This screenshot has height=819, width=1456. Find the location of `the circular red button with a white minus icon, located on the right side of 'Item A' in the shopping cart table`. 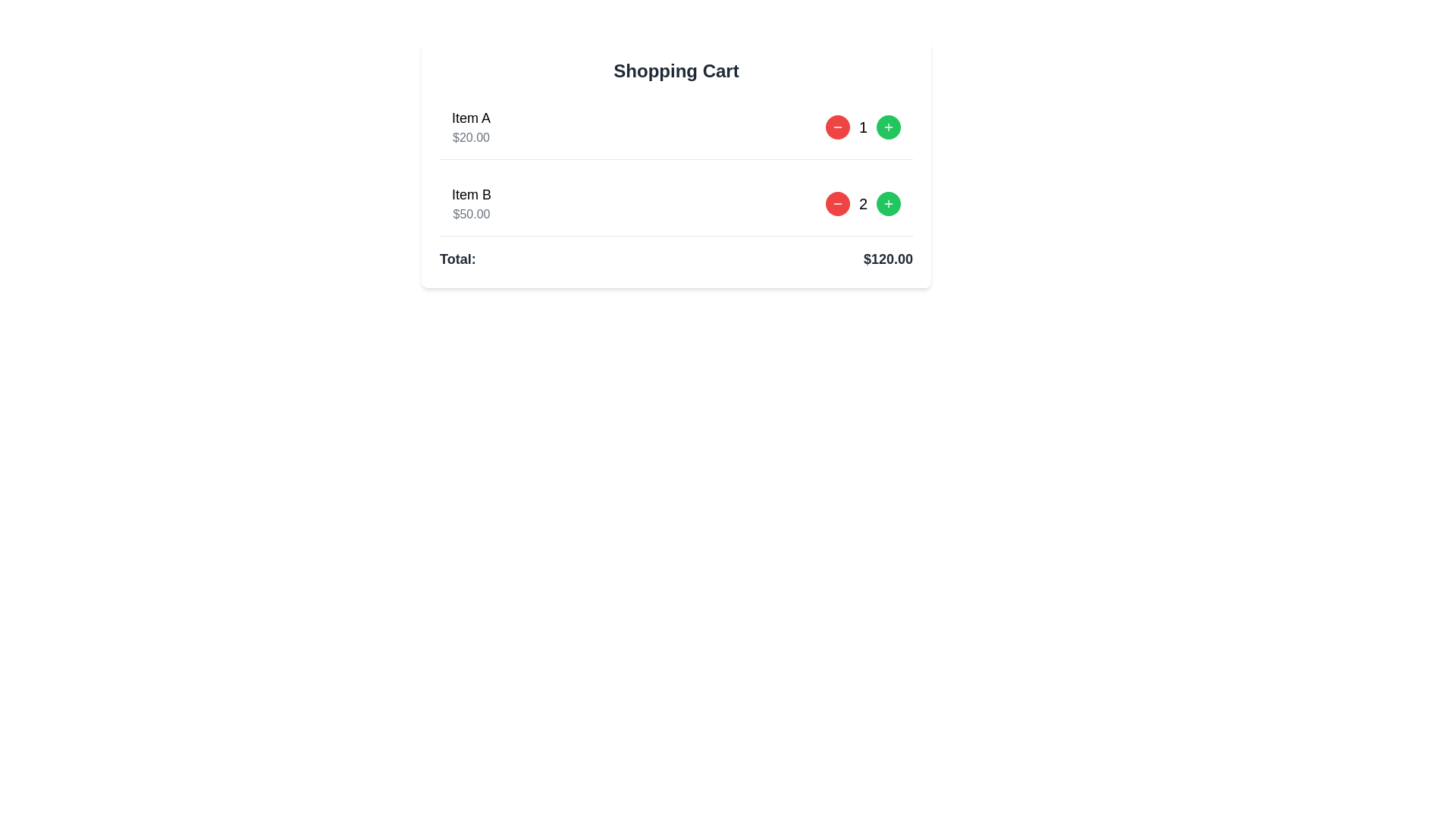

the circular red button with a white minus icon, located on the right side of 'Item A' in the shopping cart table is located at coordinates (836, 127).